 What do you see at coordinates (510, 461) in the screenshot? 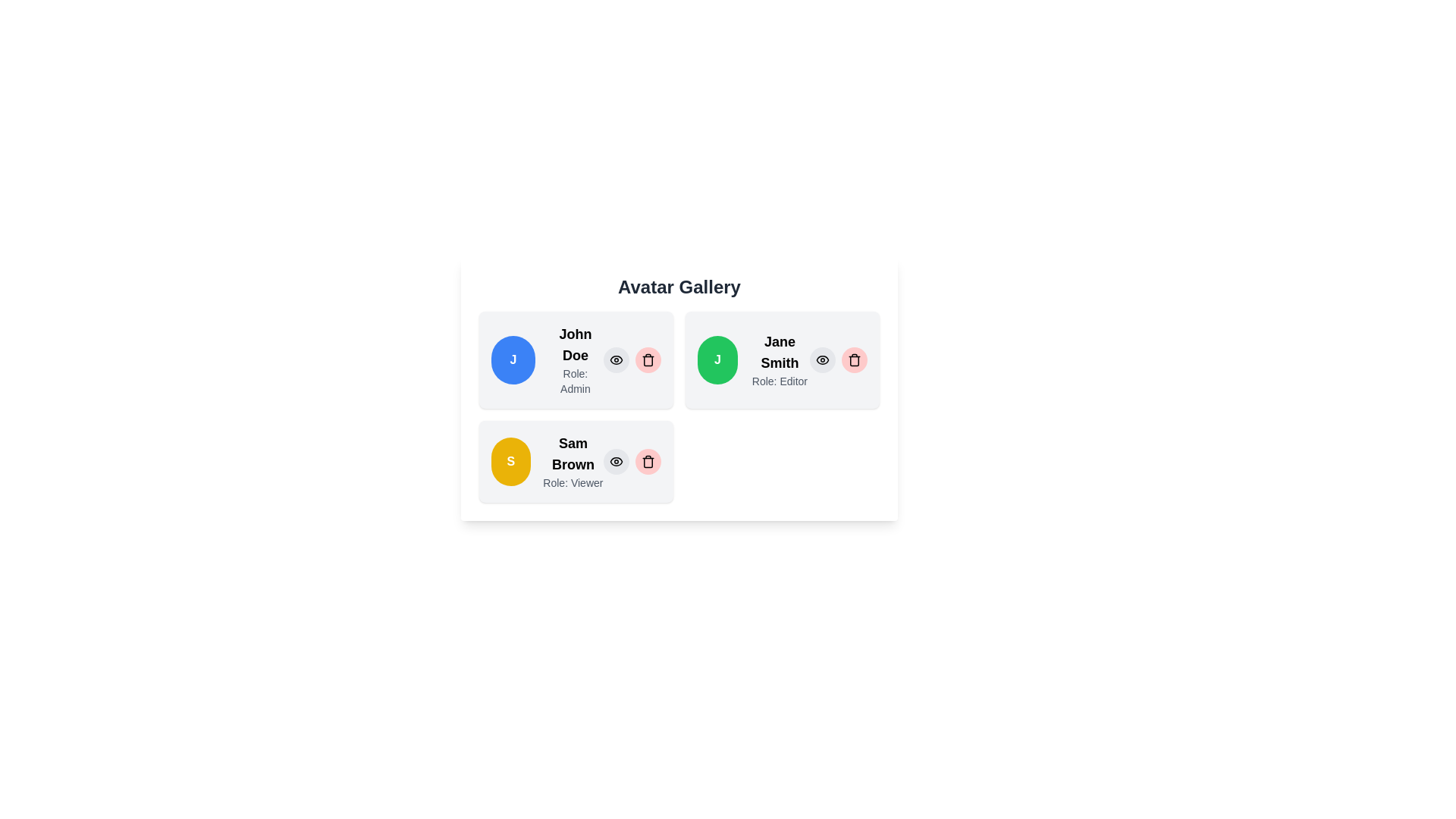
I see `the avatar element representing 'Sam Brown', which features an initial 'S' on a yellow background, located within the card-like panel in the bottom-left section of the layout` at bounding box center [510, 461].